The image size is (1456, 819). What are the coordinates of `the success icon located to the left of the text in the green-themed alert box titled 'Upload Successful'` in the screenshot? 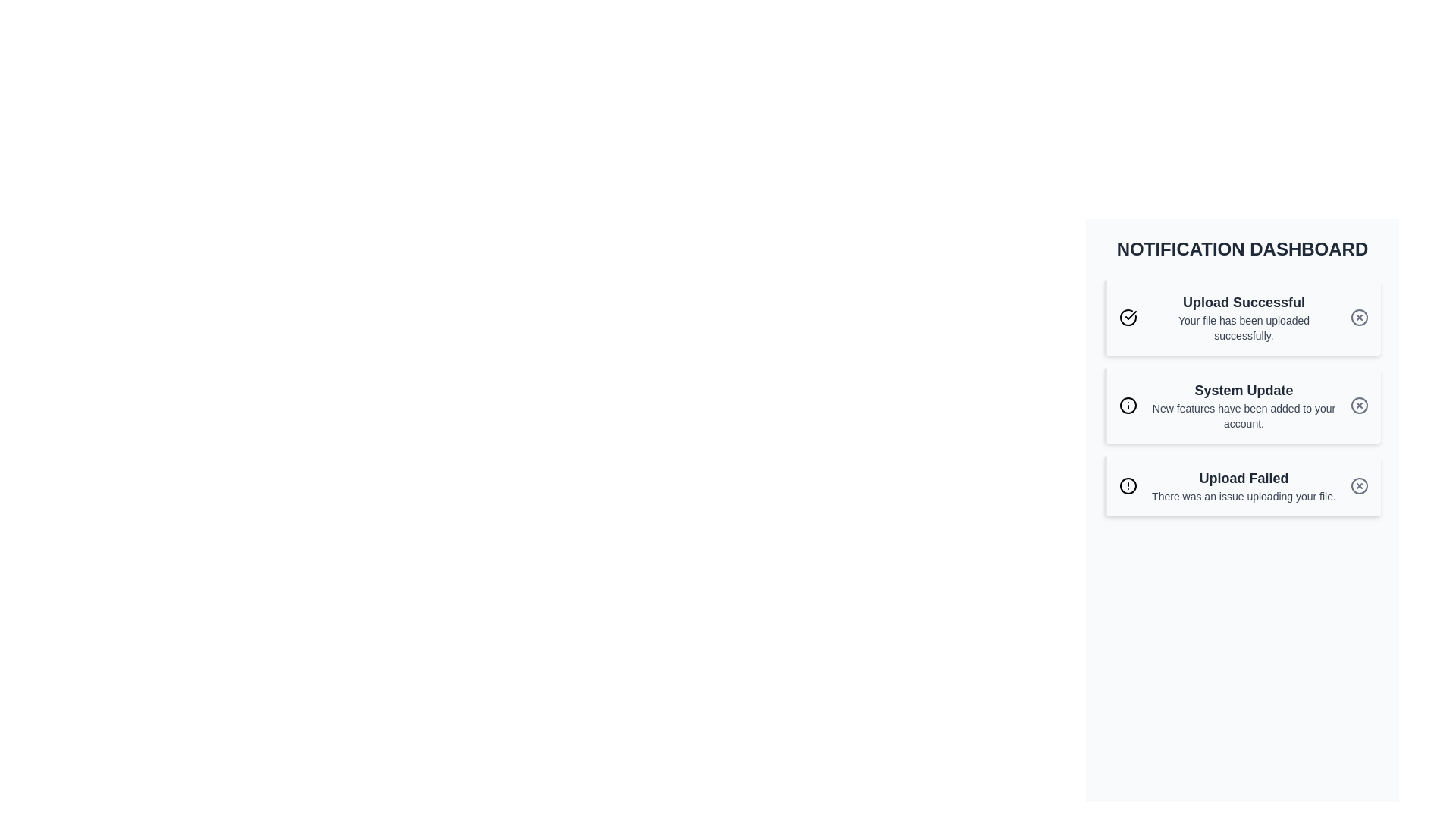 It's located at (1128, 317).